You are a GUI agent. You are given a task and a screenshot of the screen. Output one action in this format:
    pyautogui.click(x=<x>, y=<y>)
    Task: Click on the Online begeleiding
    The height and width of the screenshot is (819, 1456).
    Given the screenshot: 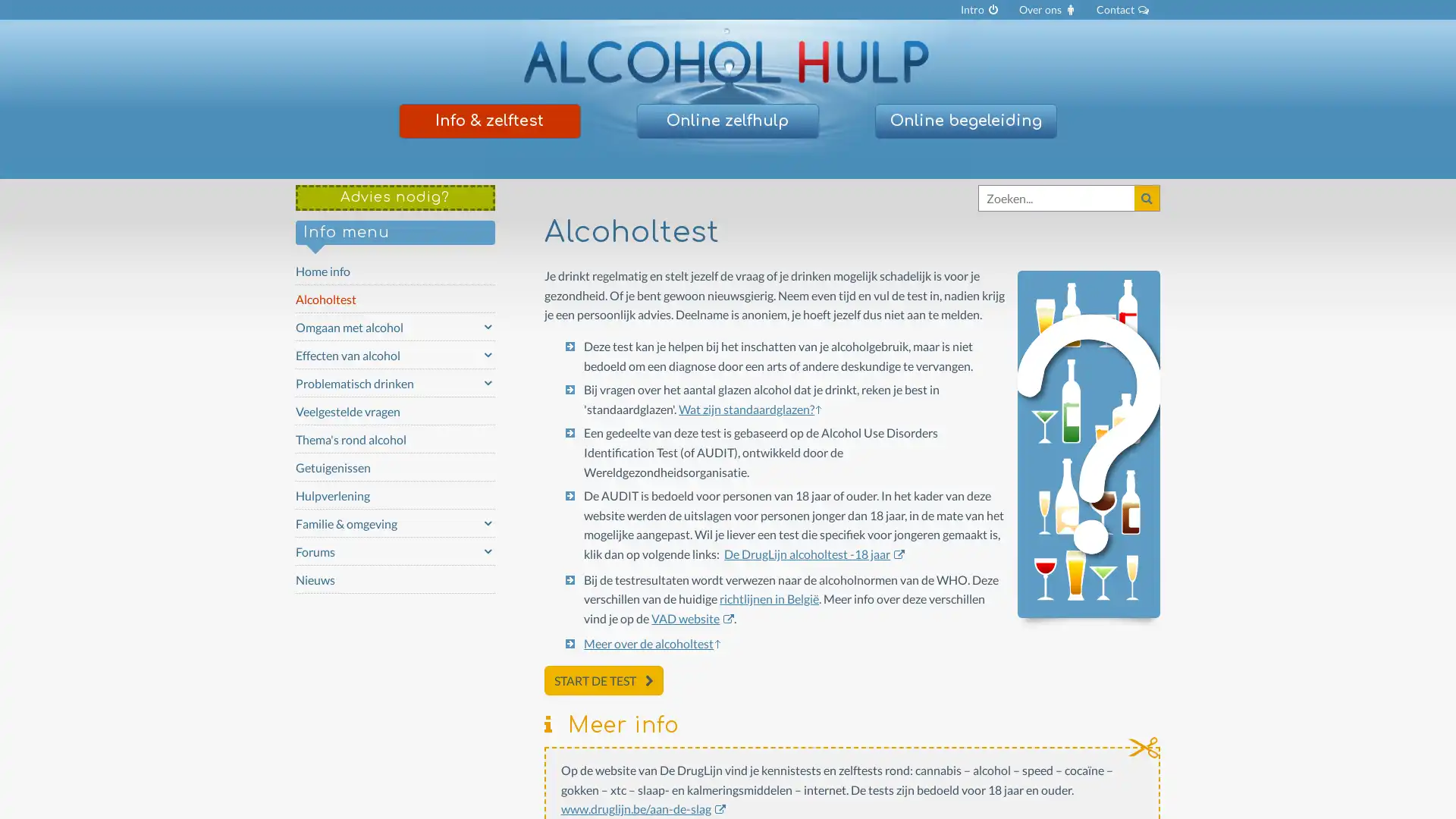 What is the action you would take?
    pyautogui.click(x=964, y=120)
    